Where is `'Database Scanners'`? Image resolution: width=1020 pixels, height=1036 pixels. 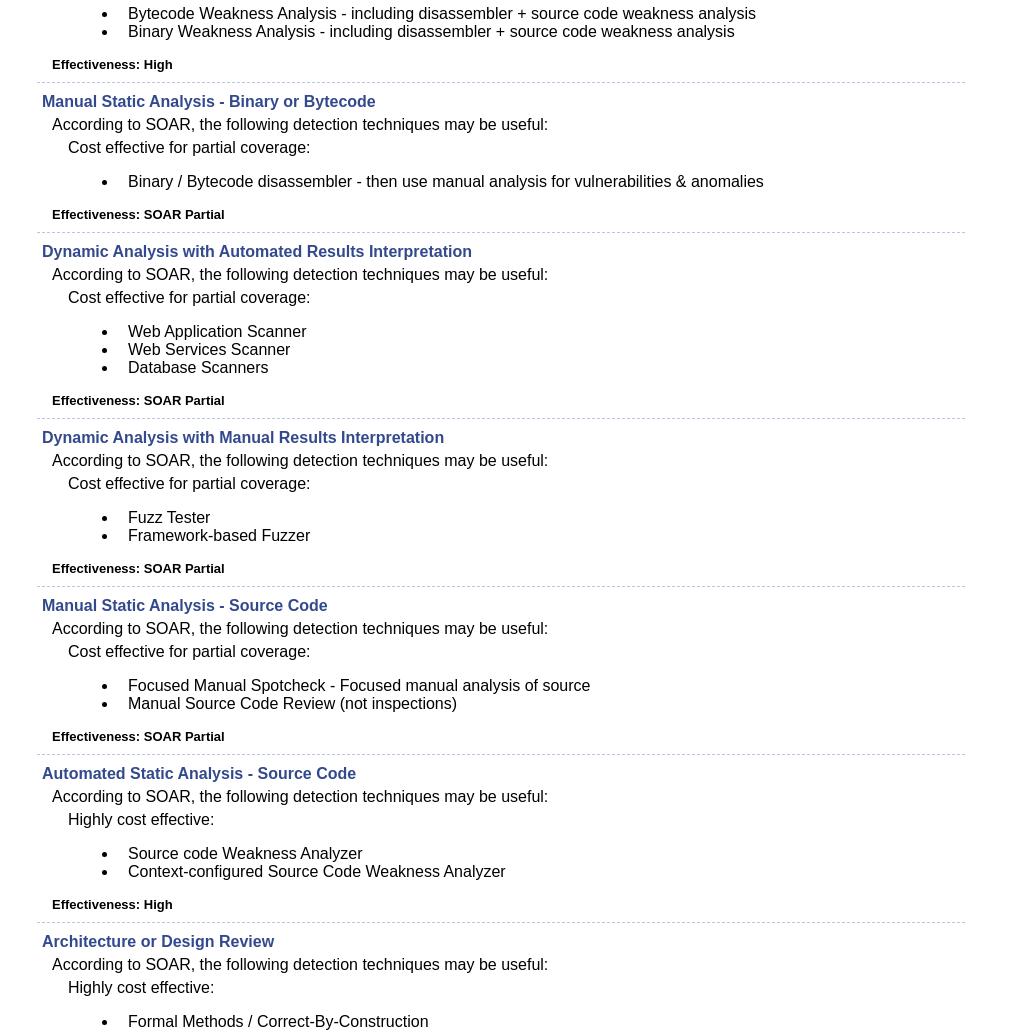
'Database Scanners' is located at coordinates (196, 367).